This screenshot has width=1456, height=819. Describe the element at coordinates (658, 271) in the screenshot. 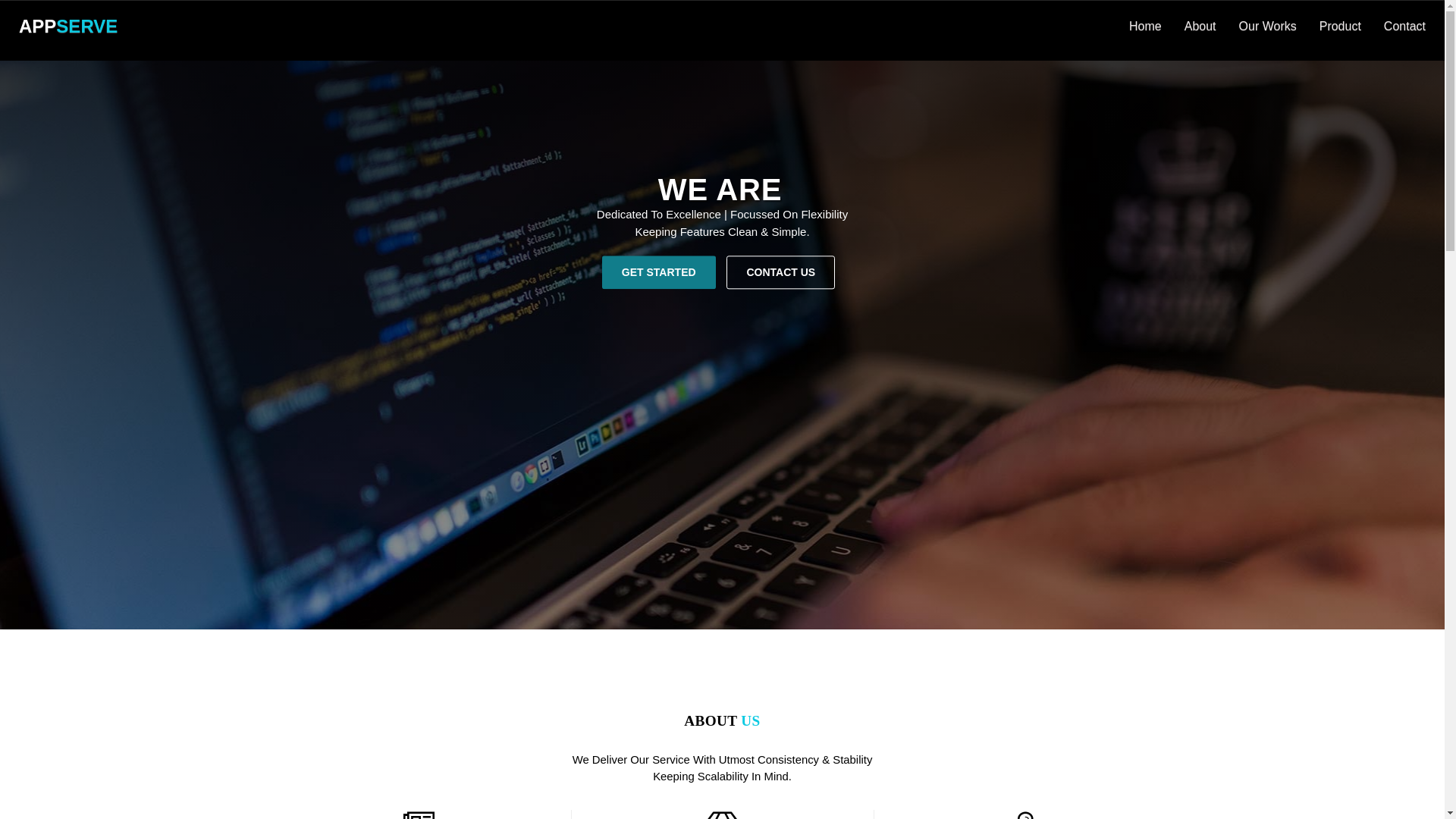

I see `'GET STARTED'` at that location.